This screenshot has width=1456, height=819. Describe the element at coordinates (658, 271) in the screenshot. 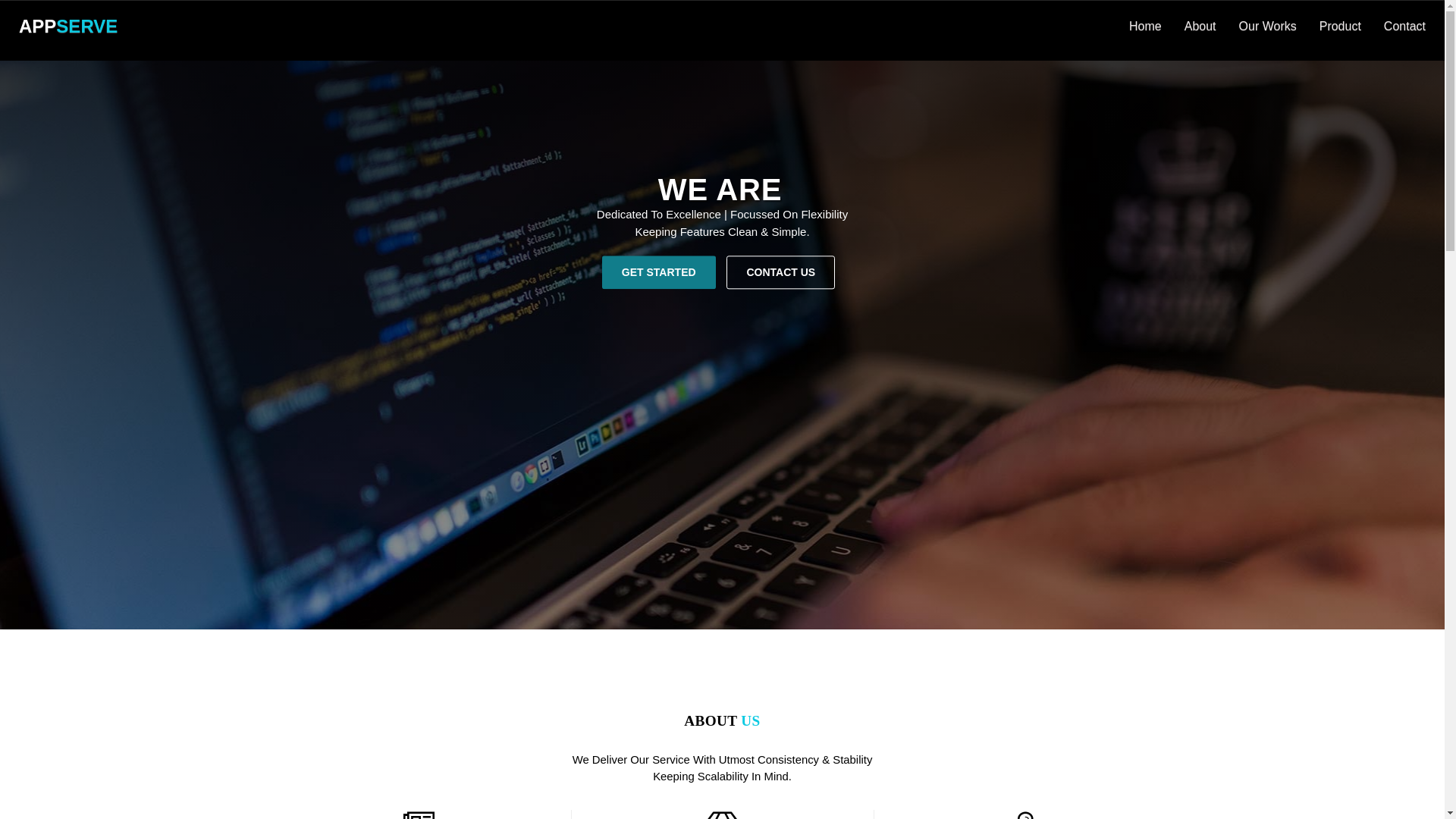

I see `'GET STARTED'` at that location.